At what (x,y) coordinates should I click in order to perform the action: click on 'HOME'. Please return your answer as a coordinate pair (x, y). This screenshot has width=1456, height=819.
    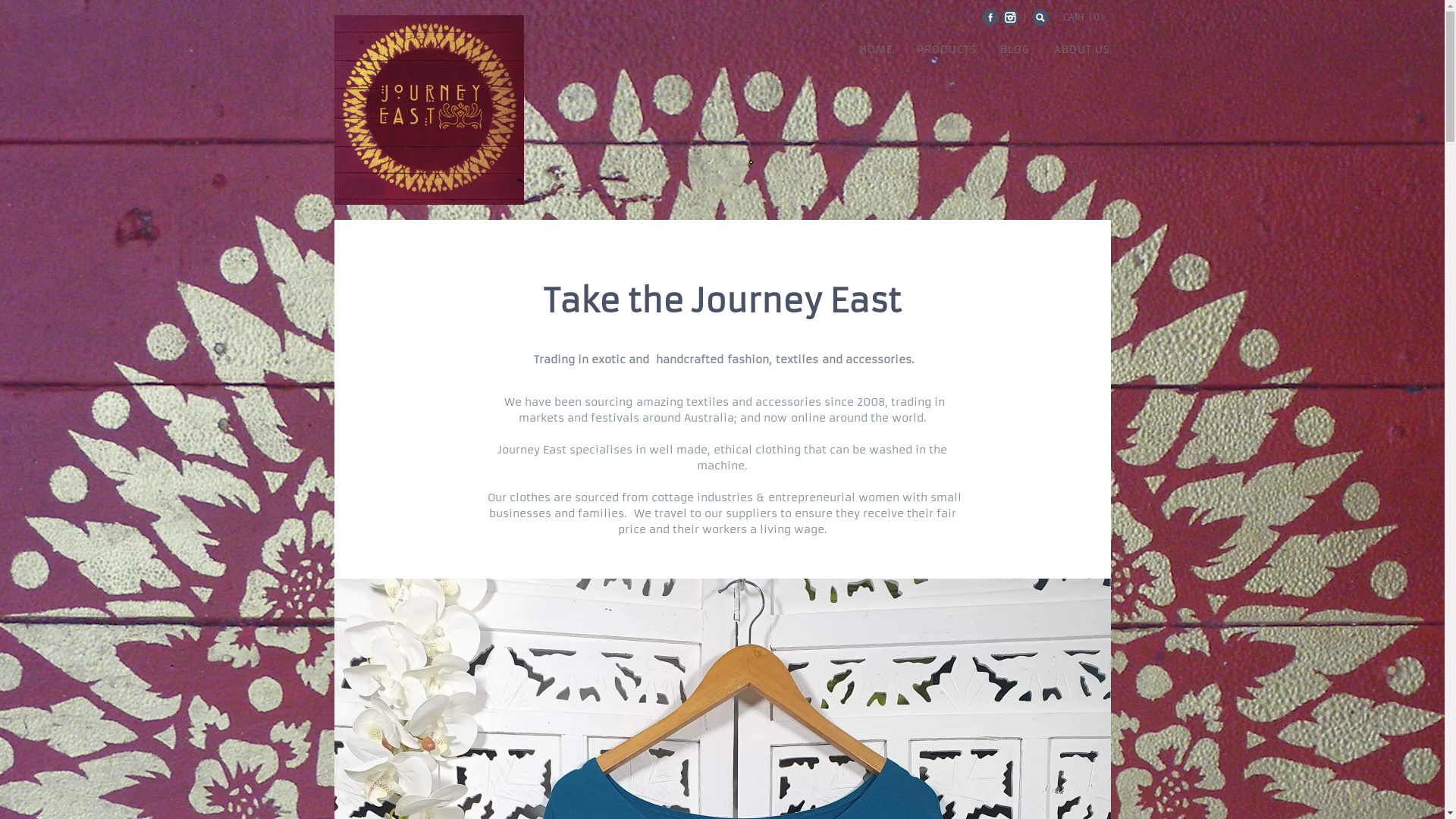
    Looking at the image, I should click on (876, 49).